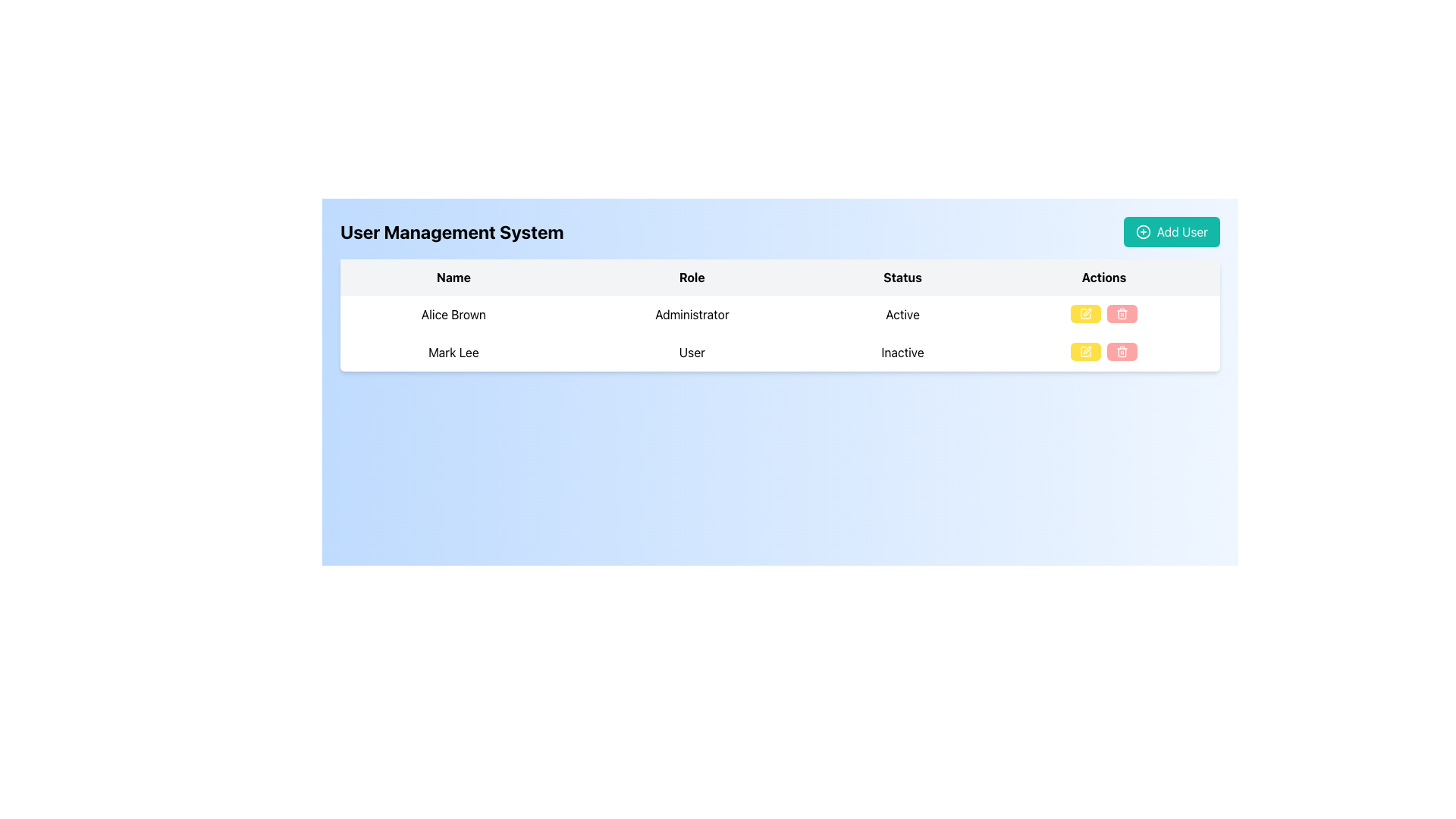 The image size is (1456, 819). I want to click on the text display showing 'Inactive' for user 'Mark Lee' in the Status column of the table, so click(902, 353).